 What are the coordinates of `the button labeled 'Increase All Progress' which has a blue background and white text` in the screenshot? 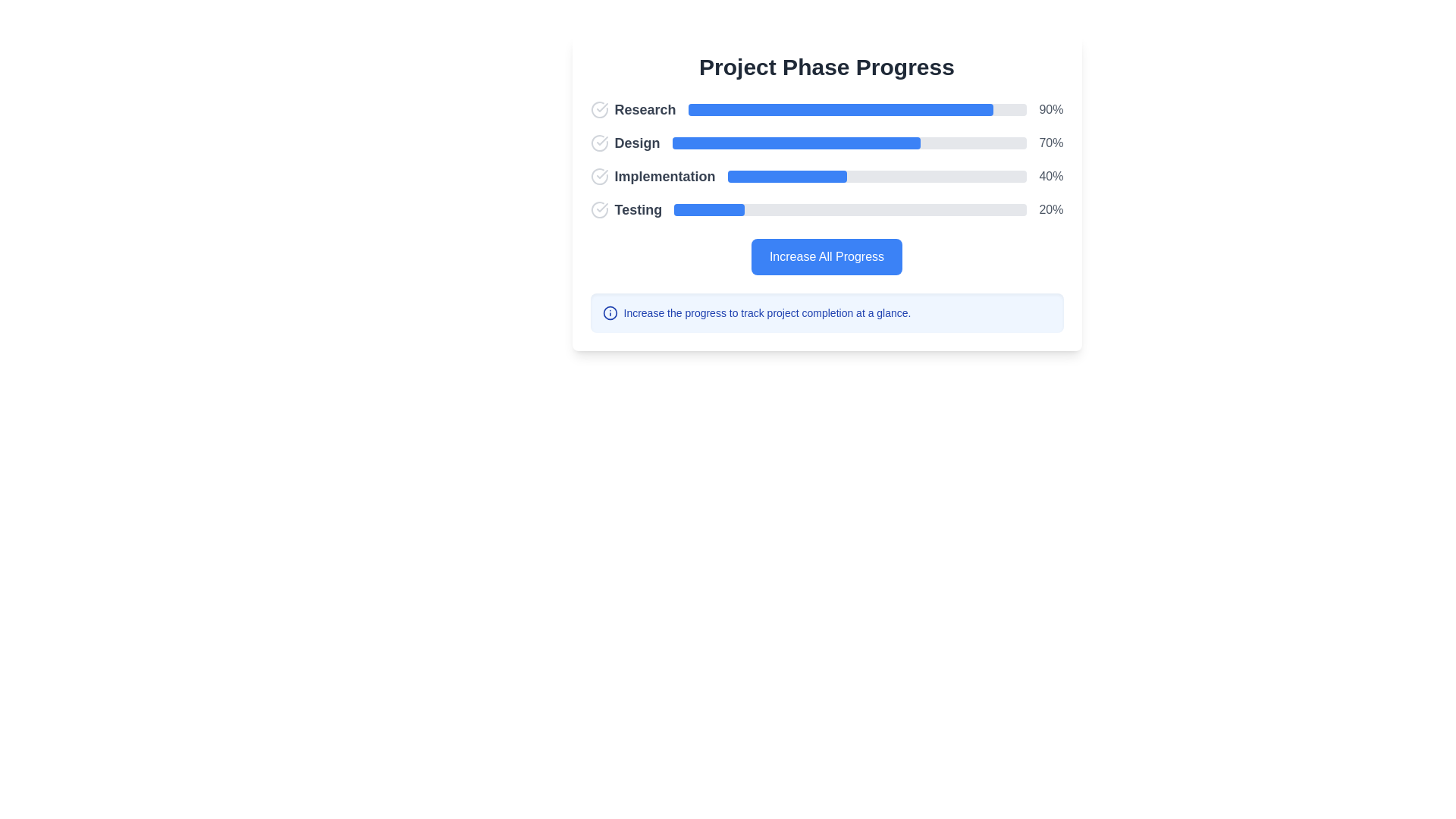 It's located at (826, 256).